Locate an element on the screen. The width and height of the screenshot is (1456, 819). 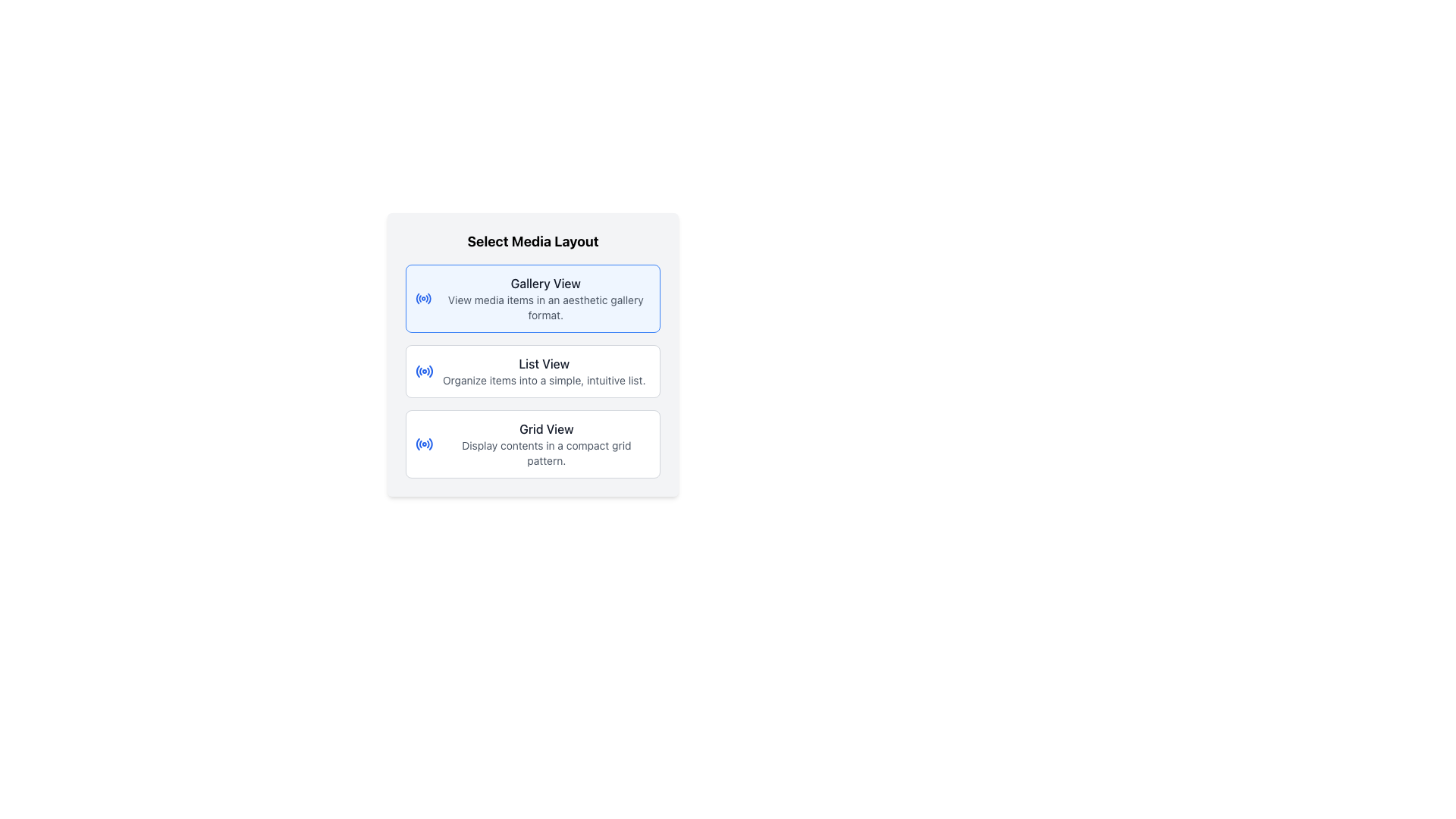
the circular icon styled as a radio button with a thin blue outline, located to the left of the 'Grid View' text within the 'Grid View' option card is located at coordinates (424, 444).